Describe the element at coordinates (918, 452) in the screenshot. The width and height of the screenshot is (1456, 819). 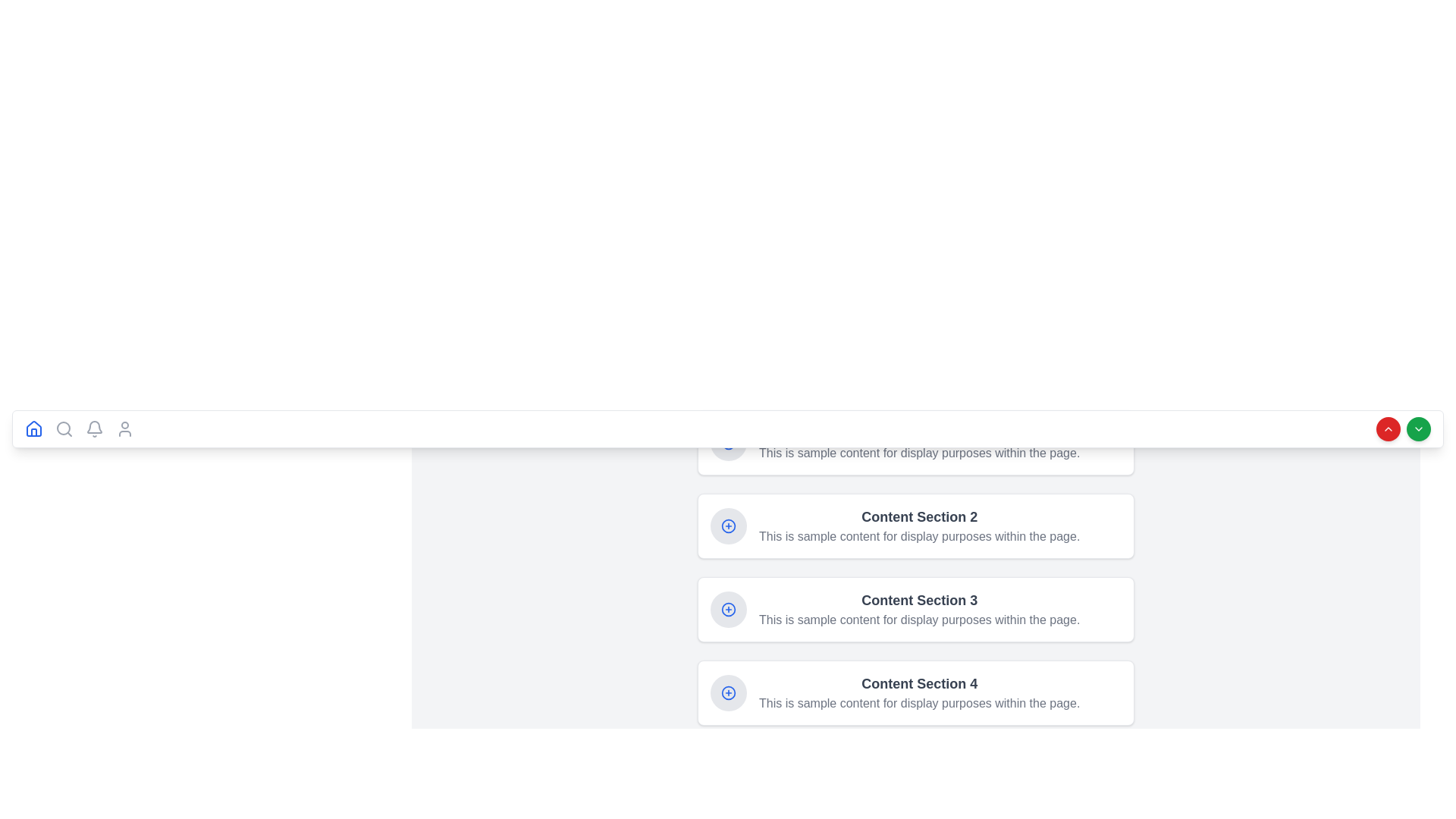
I see `the textual component displaying the text 'This is sample content for display purposes within the page.' located below the 'Content Section 1' heading` at that location.